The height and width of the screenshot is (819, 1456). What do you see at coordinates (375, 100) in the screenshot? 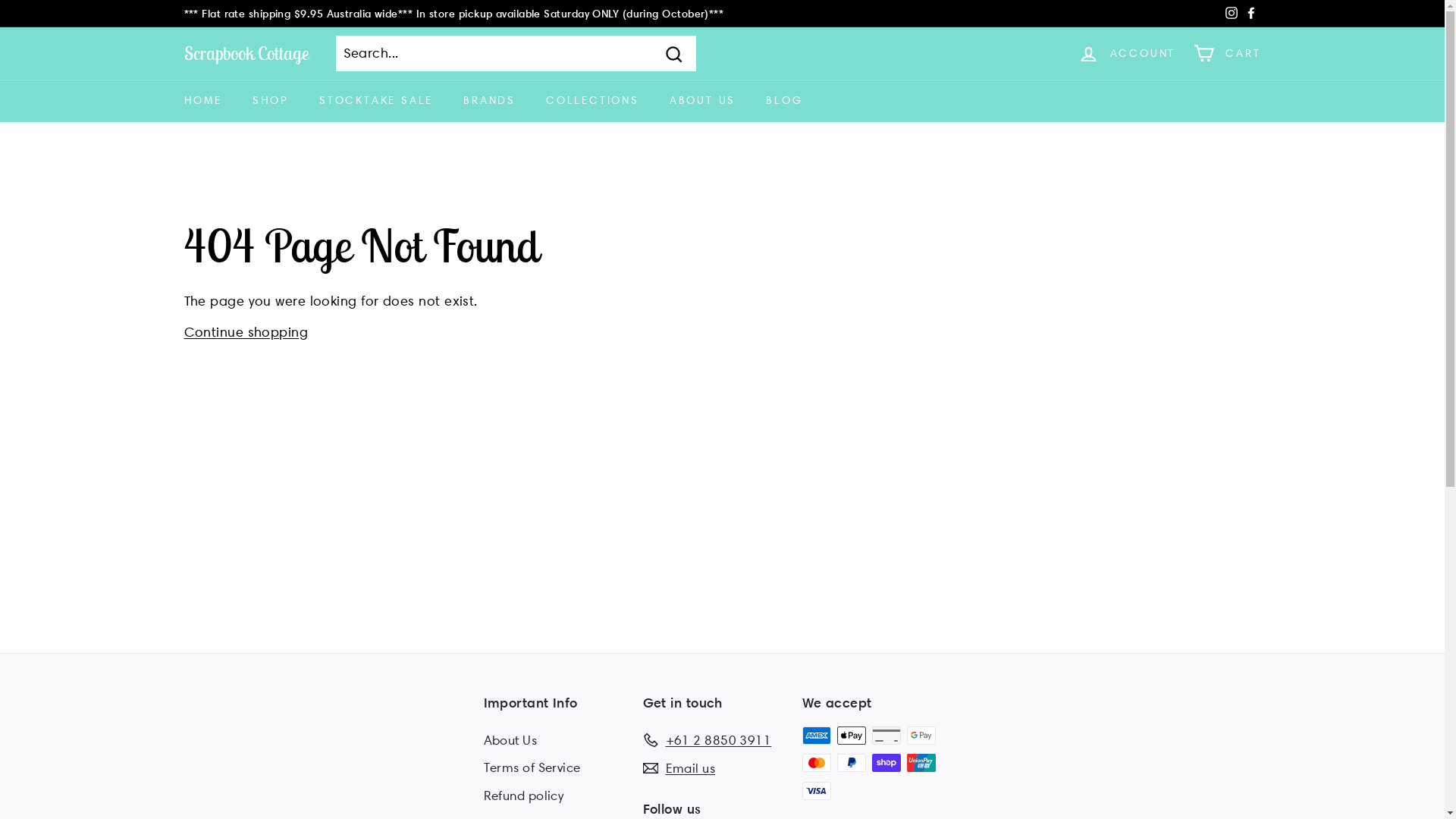
I see `'STOCKTAKE SALE'` at bounding box center [375, 100].